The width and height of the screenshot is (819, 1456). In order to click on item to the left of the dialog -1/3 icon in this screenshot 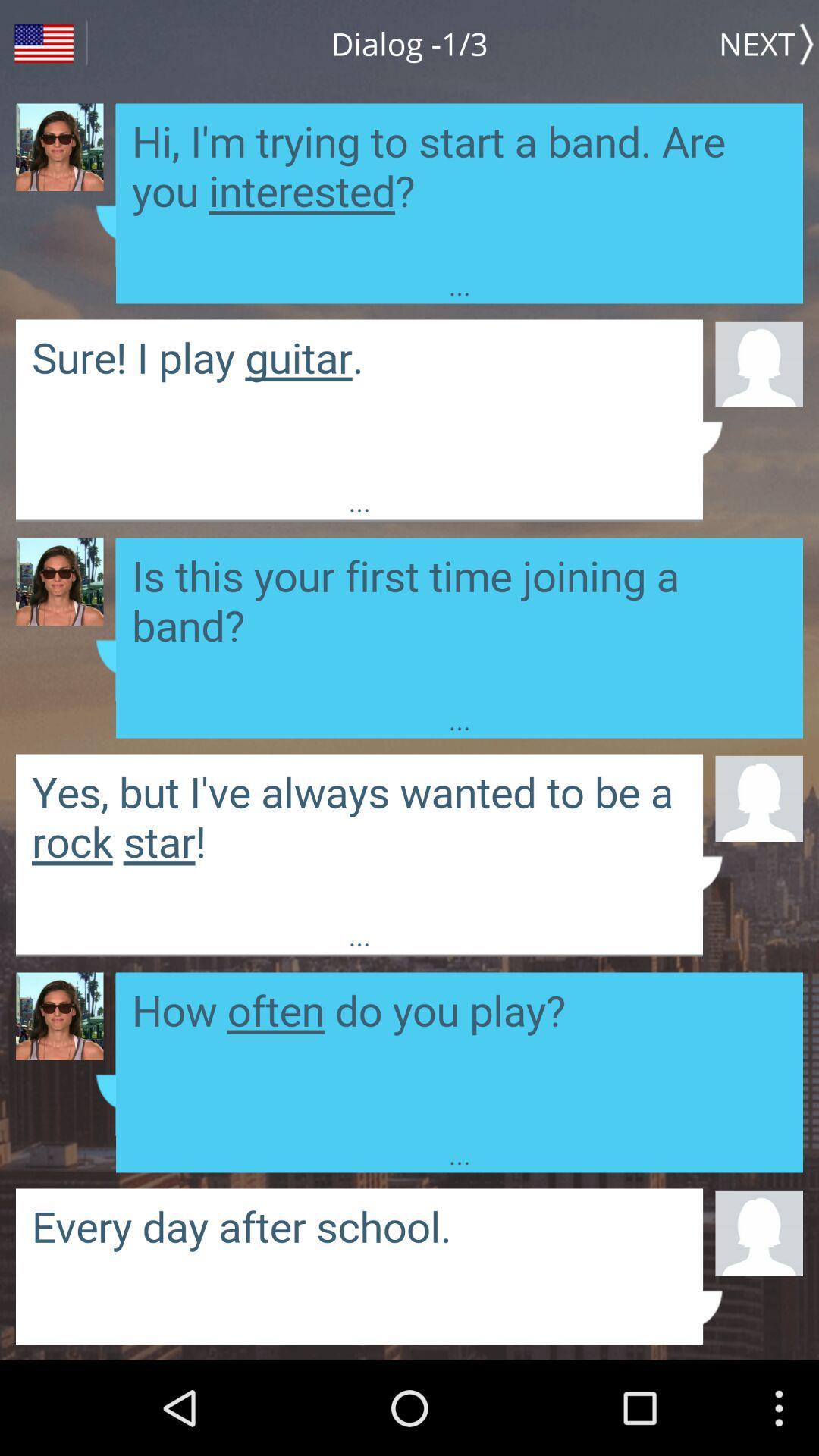, I will do `click(42, 43)`.